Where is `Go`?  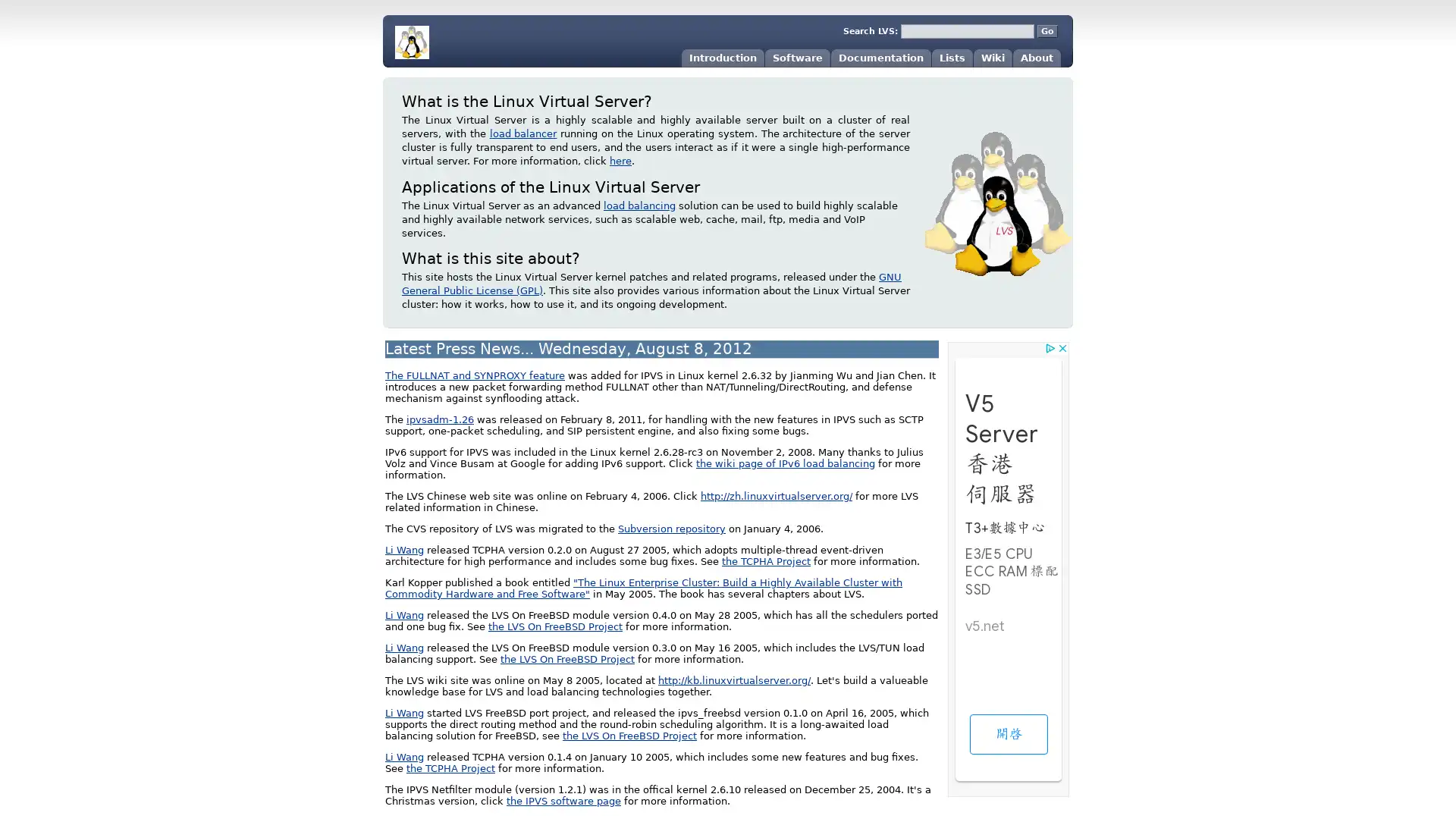
Go is located at coordinates (1046, 31).